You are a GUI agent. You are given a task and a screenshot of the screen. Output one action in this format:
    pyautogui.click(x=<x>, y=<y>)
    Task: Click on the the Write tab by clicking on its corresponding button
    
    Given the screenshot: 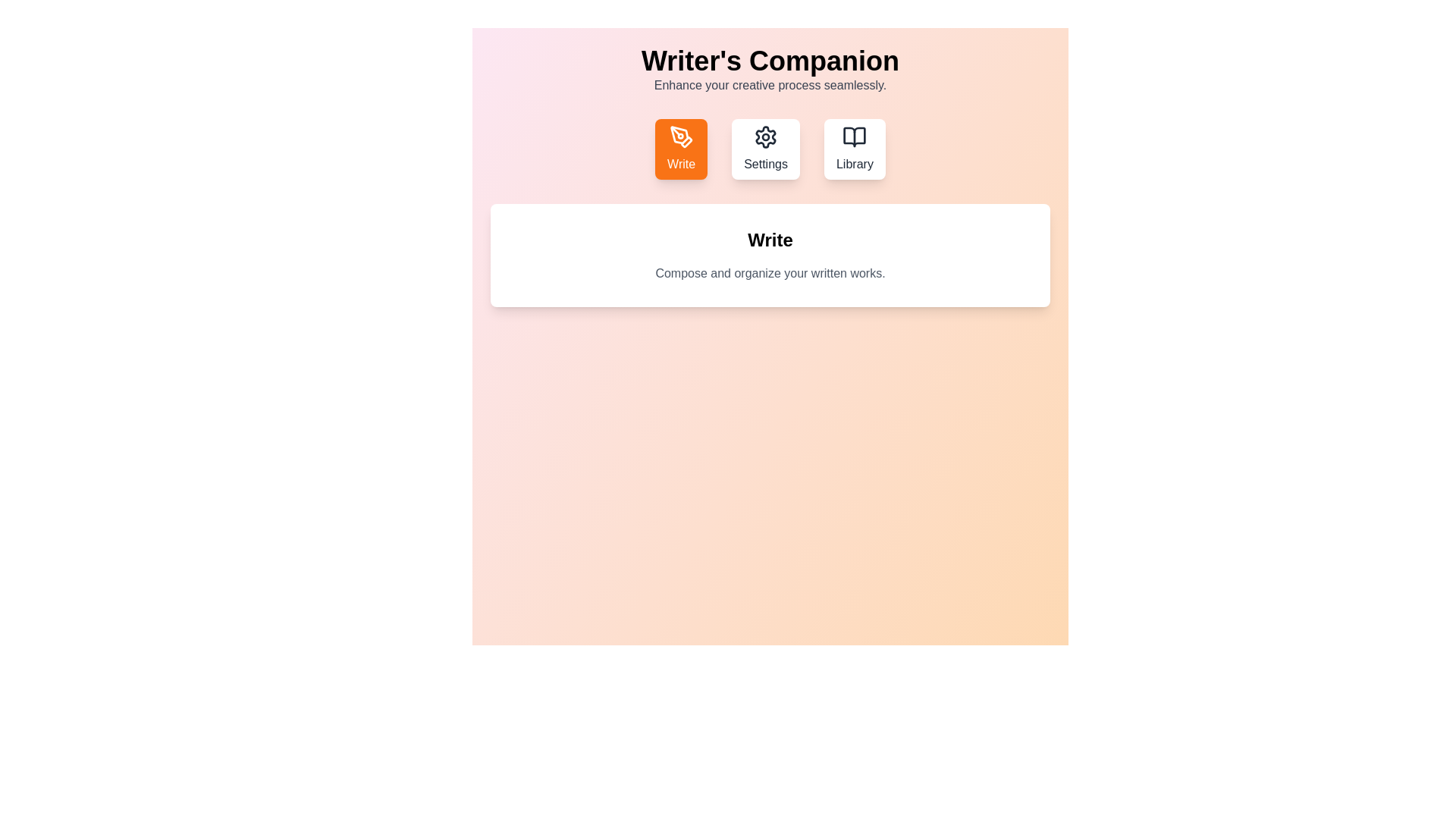 What is the action you would take?
    pyautogui.click(x=680, y=149)
    